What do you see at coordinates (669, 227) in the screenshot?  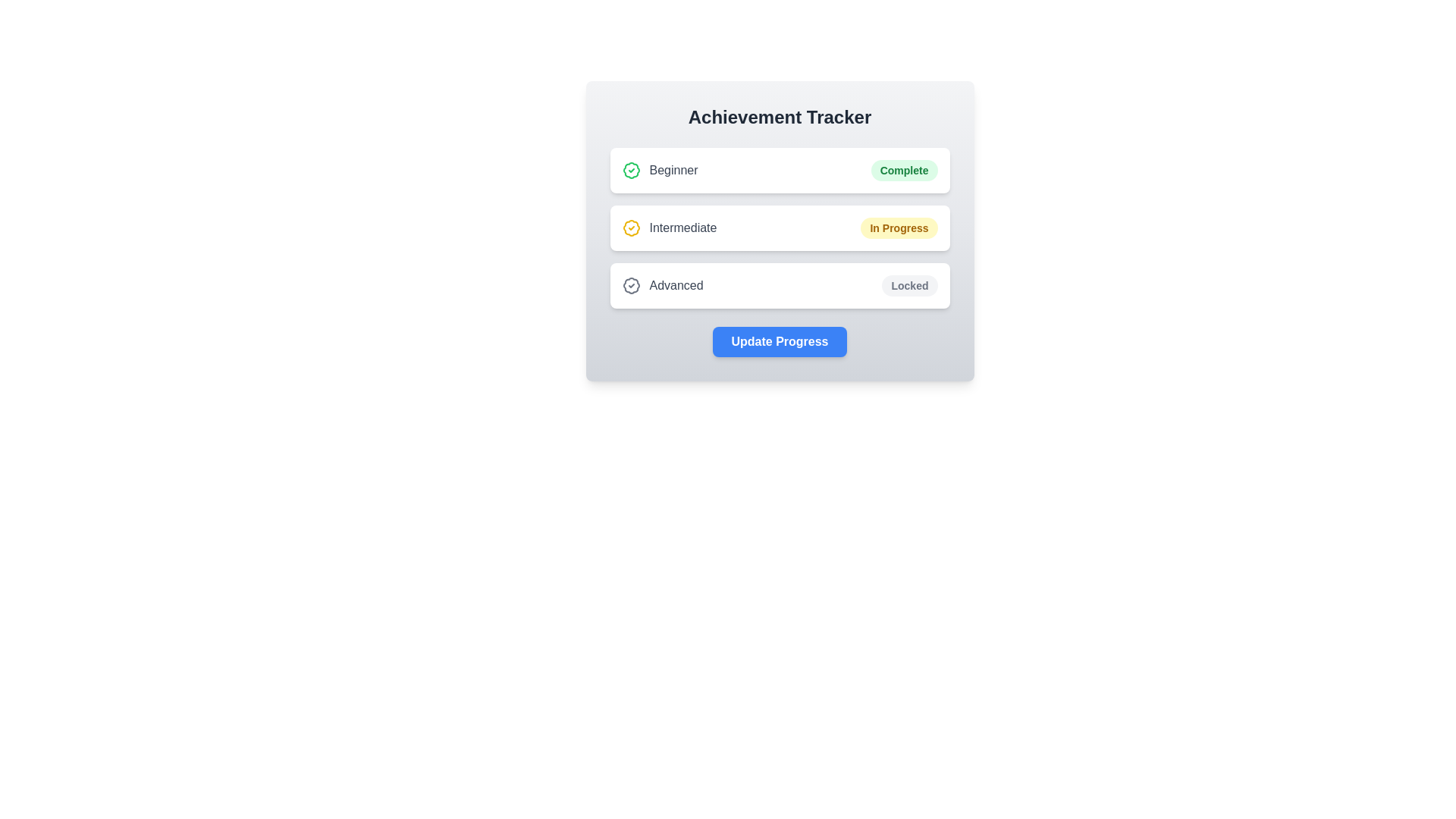 I see `the 'Intermediate' level label with icon in the Achievement Tracker, which indicates progress status` at bounding box center [669, 227].